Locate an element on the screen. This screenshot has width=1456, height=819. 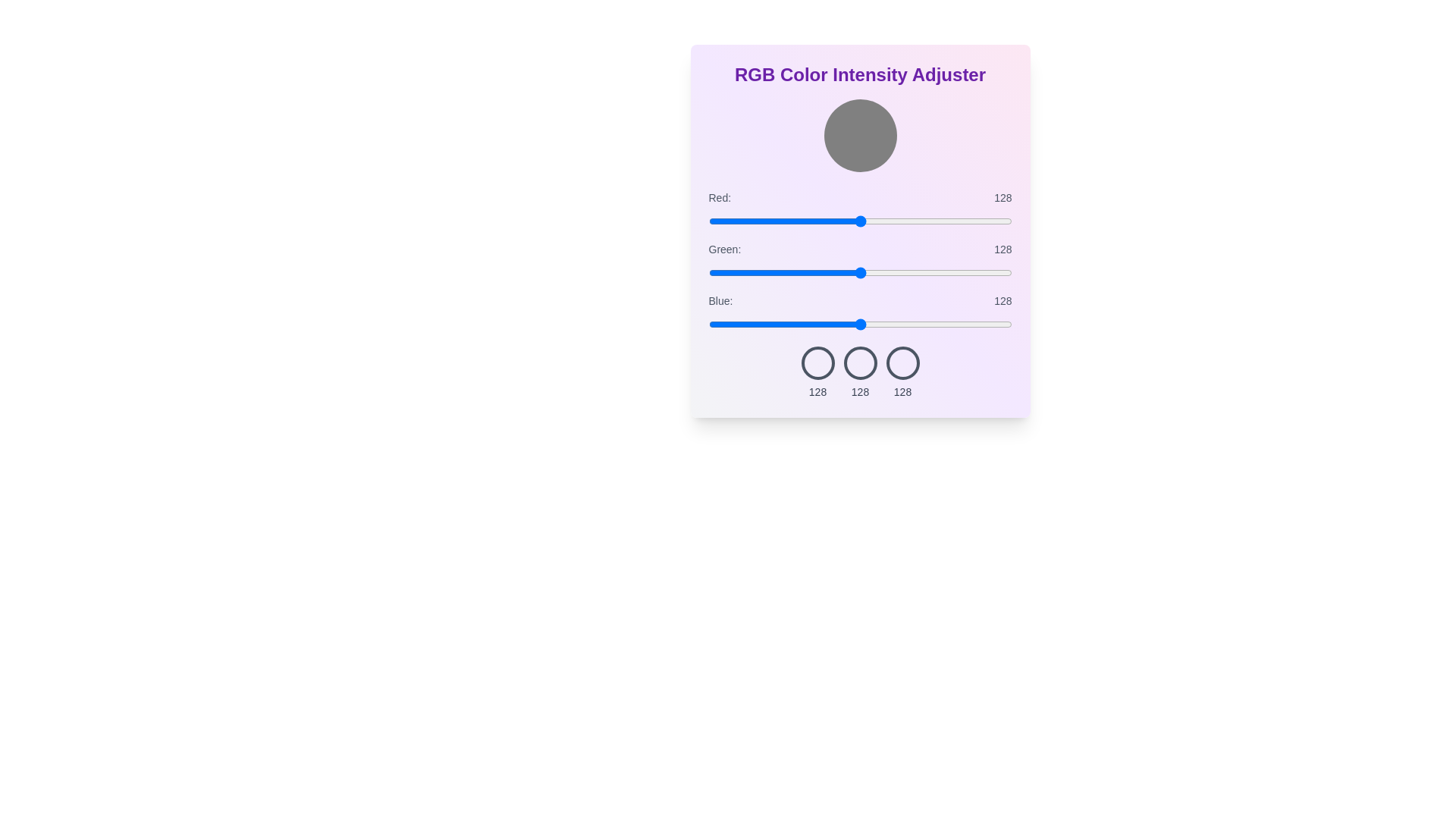
the green slider to set its intensity to 38 is located at coordinates (754, 271).